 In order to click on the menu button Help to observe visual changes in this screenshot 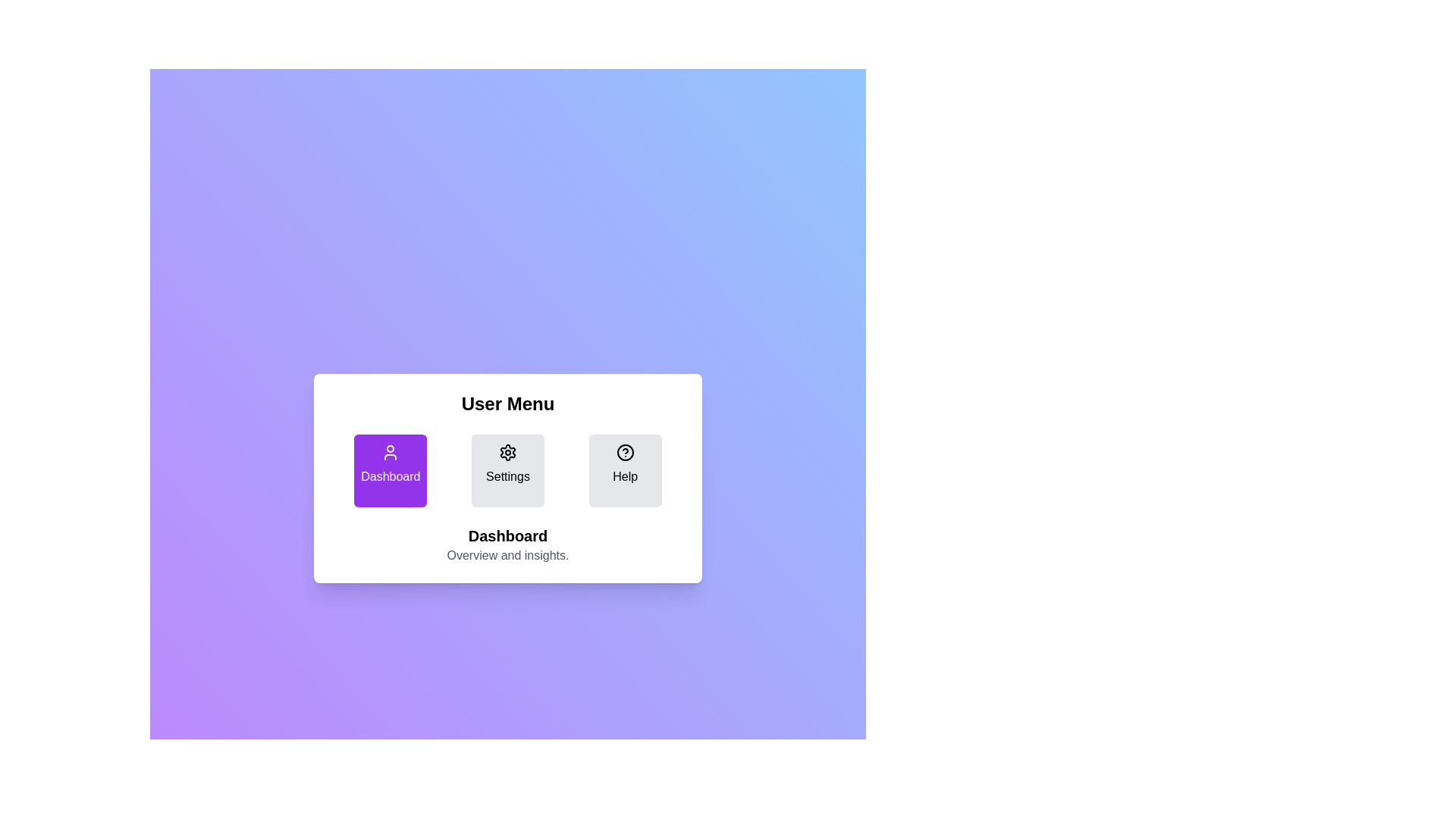, I will do `click(625, 470)`.